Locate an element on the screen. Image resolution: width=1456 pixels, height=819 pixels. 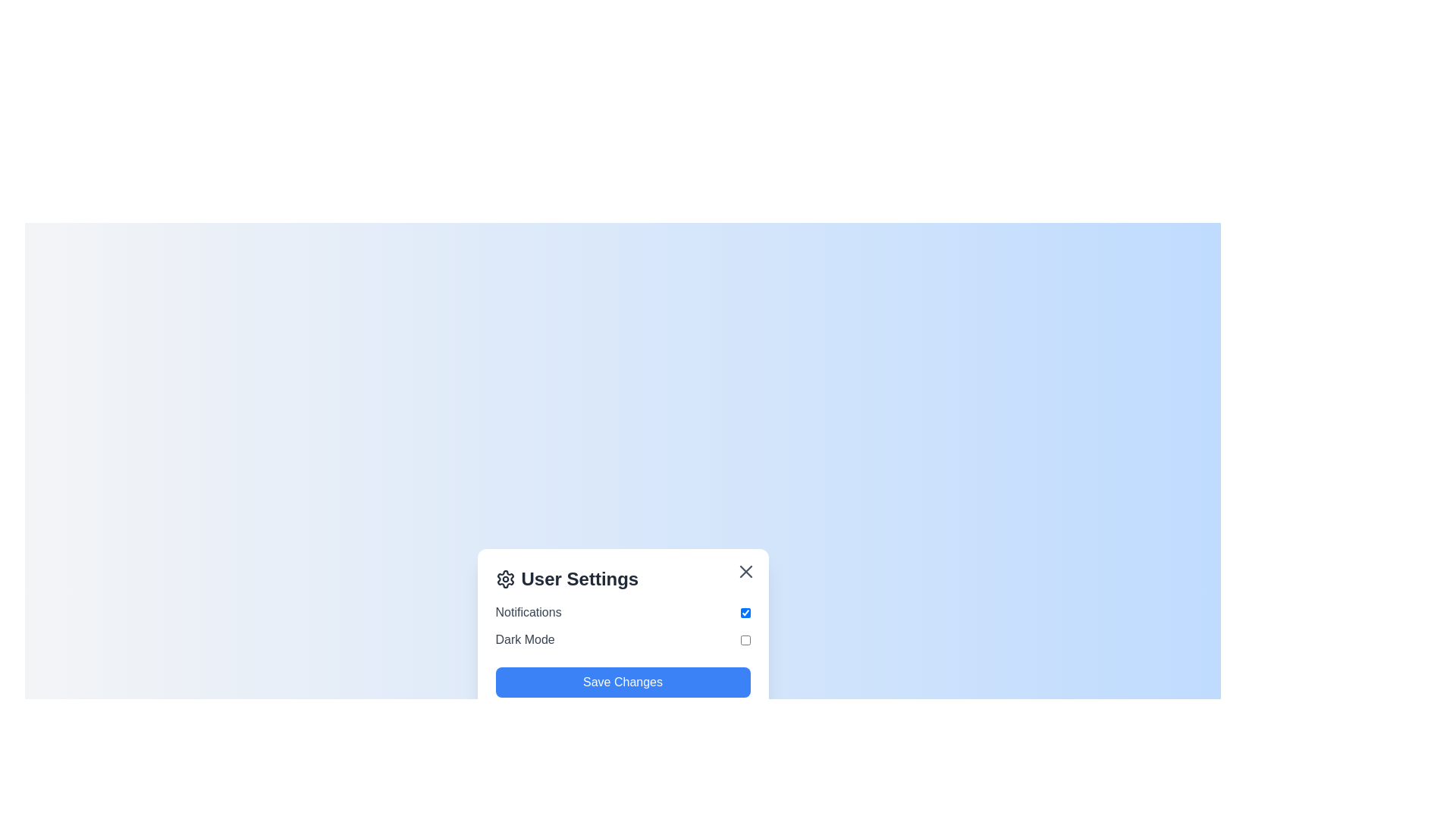
the background outside the dialog to dismiss it is located at coordinates (75, 76).